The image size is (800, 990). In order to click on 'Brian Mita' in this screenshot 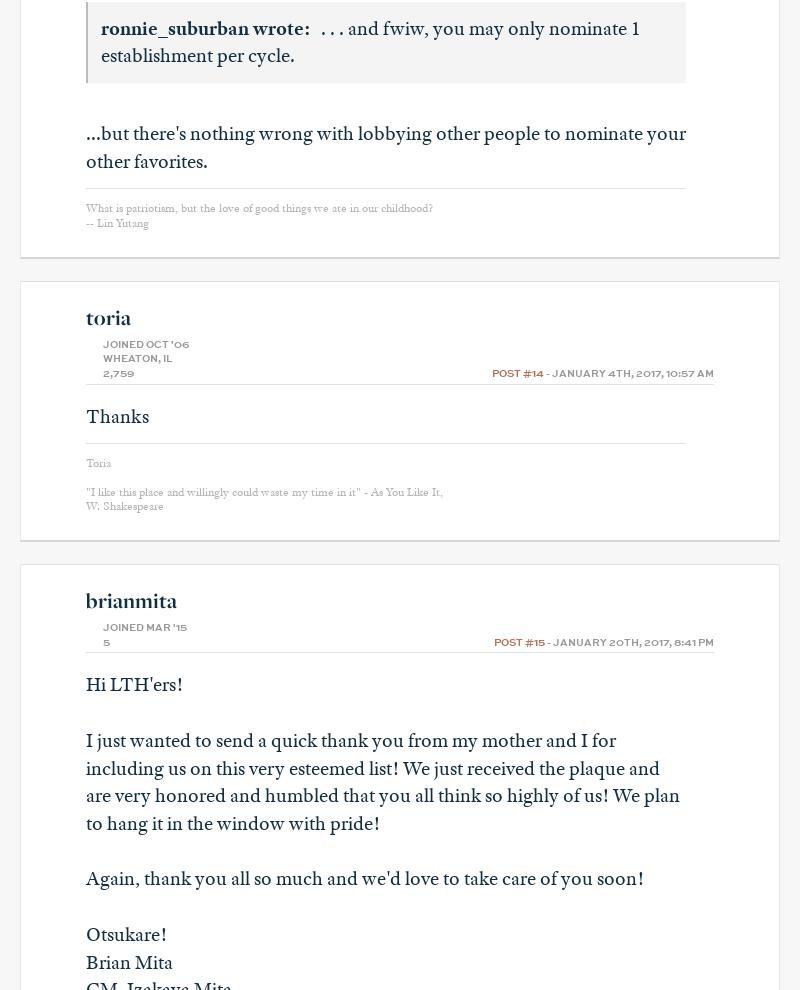, I will do `click(128, 961)`.